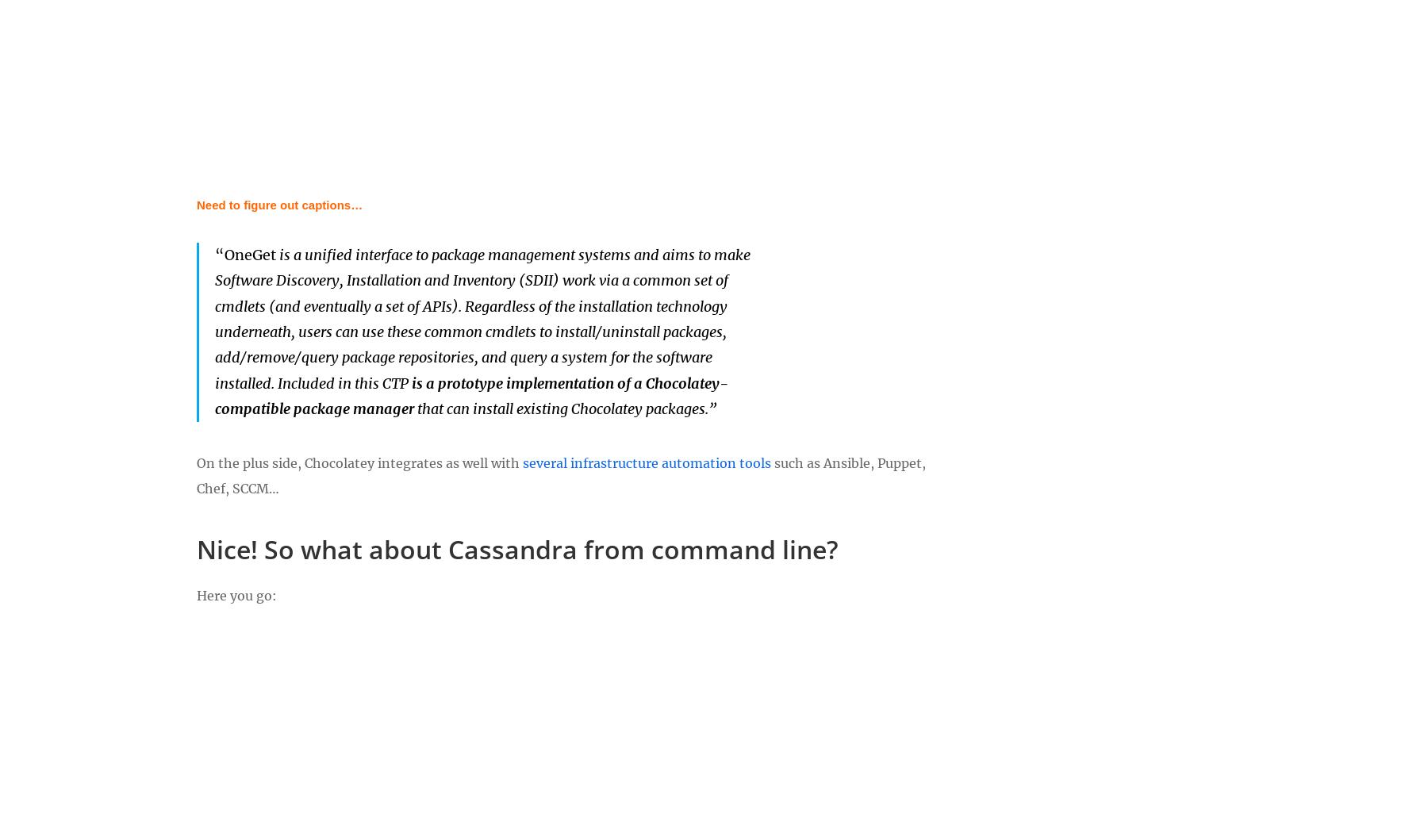 Image resolution: width=1409 pixels, height=840 pixels. I want to click on 'is a unified interface to package management systems and aims to make Software Discovery, Installation and Inventory (SDII) work via a common set of cmdlets (and eventually a set of APIs). Regardless of the installation technology underneath, users can use these common cmdlets to install/uninstall packages, add/remove/query package repositories, and query a system for the software installed. Included in this CTP', so click(482, 317).